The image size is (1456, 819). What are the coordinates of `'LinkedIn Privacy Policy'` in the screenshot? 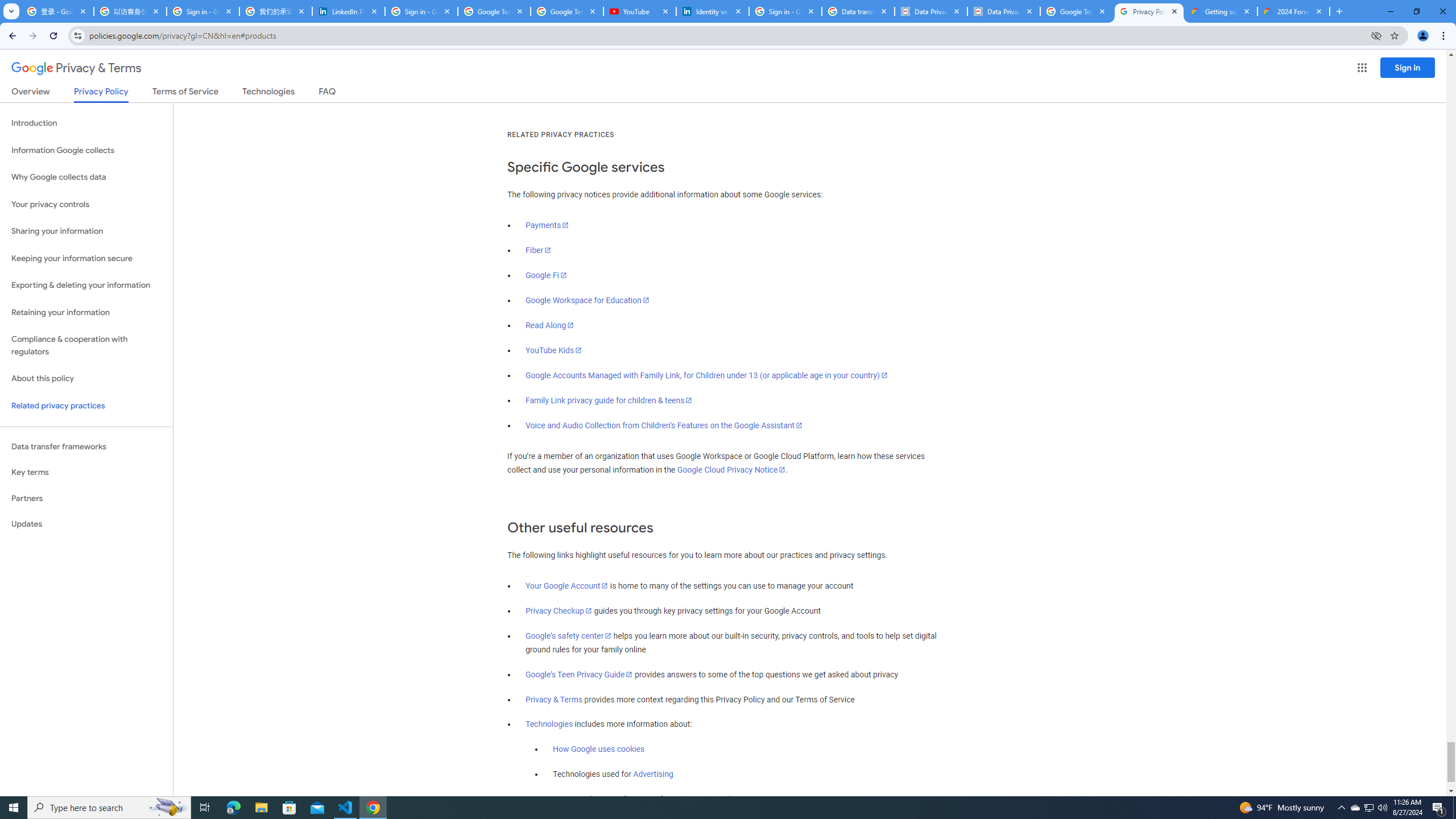 It's located at (348, 11).